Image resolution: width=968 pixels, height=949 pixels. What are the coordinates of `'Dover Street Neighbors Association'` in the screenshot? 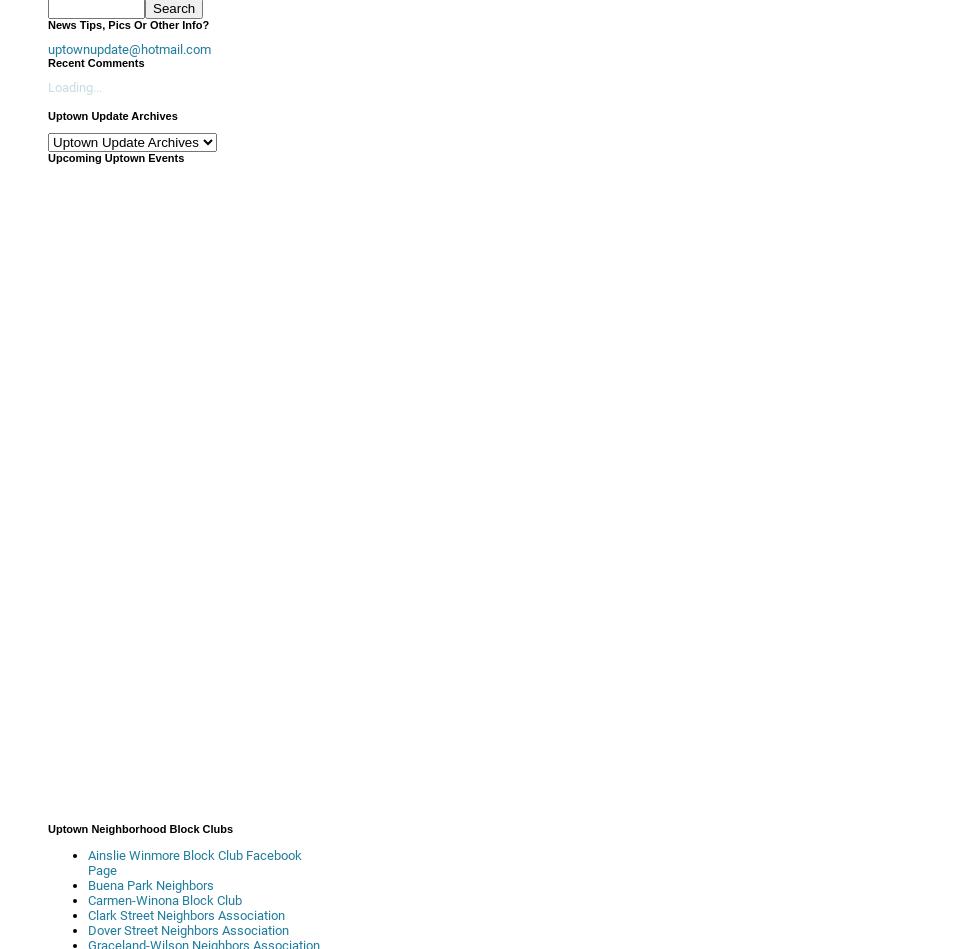 It's located at (188, 929).